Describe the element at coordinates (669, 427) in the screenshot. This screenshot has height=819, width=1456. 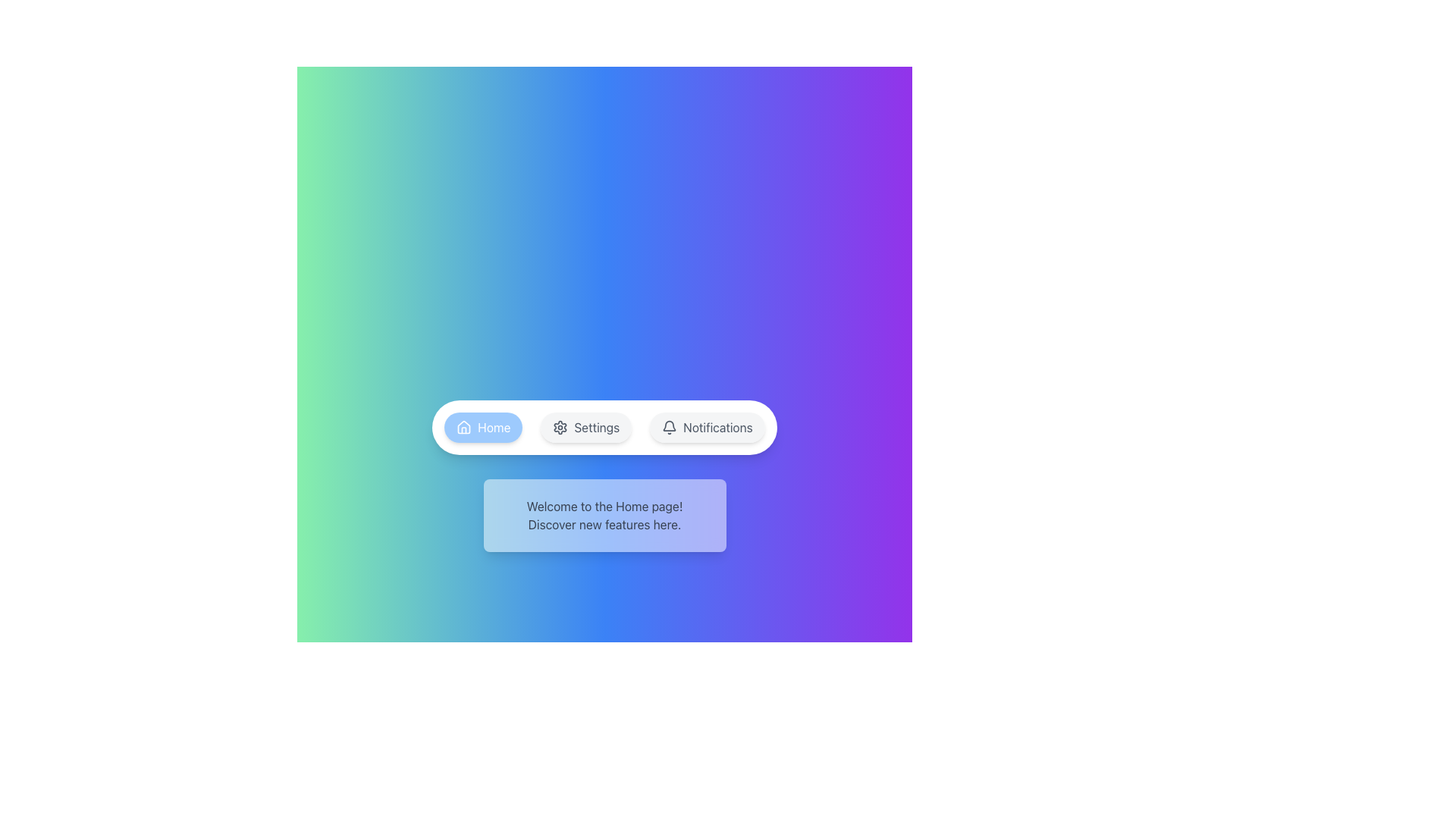
I see `the gray, bell-shaped icon outlined with a 2px stroke, located inside the 'Notifications' button on the far right of the horizontal list of buttons` at that location.